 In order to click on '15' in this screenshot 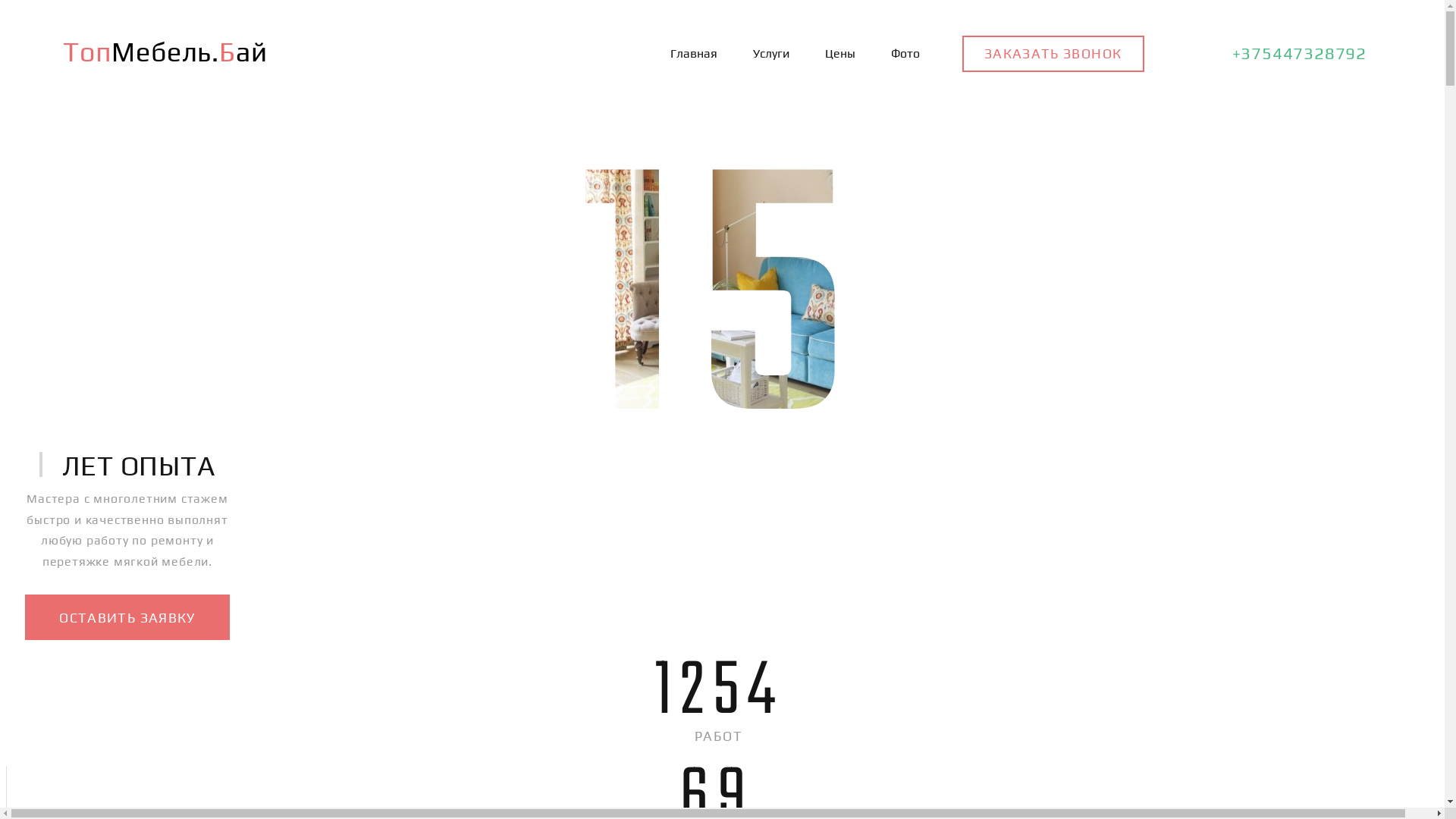, I will do `click(721, 290)`.